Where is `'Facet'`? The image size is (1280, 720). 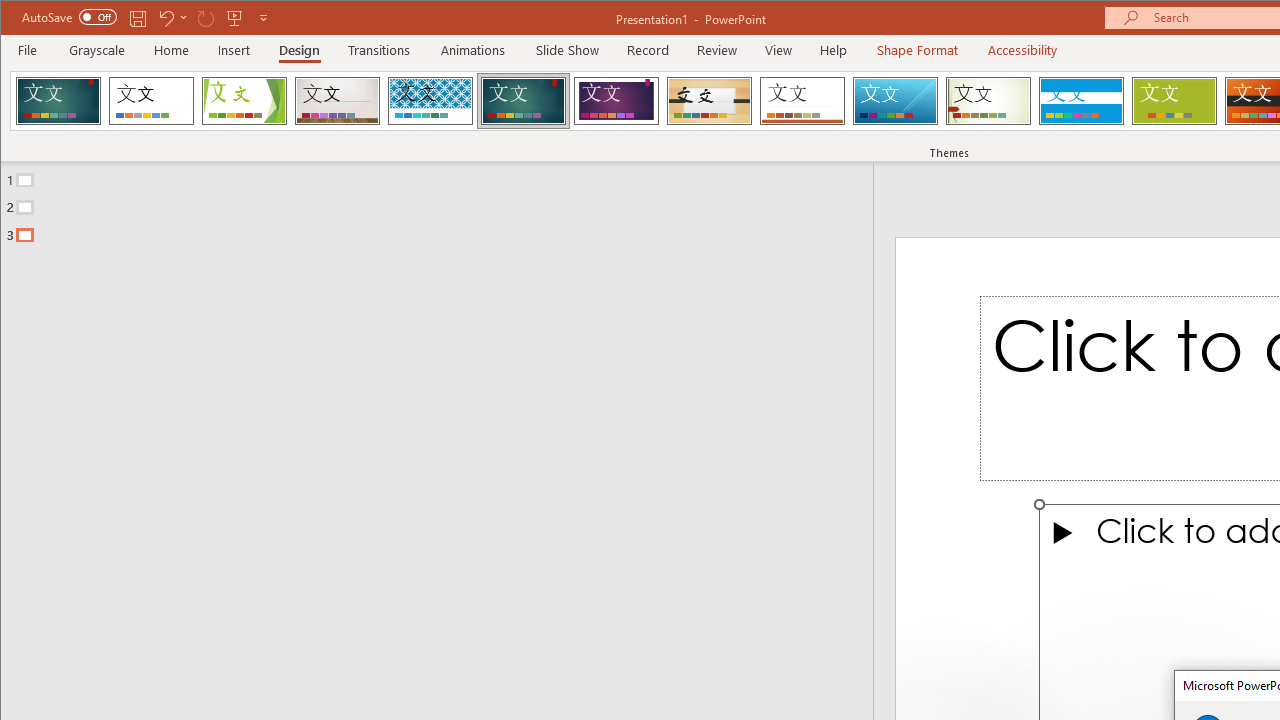
'Facet' is located at coordinates (243, 100).